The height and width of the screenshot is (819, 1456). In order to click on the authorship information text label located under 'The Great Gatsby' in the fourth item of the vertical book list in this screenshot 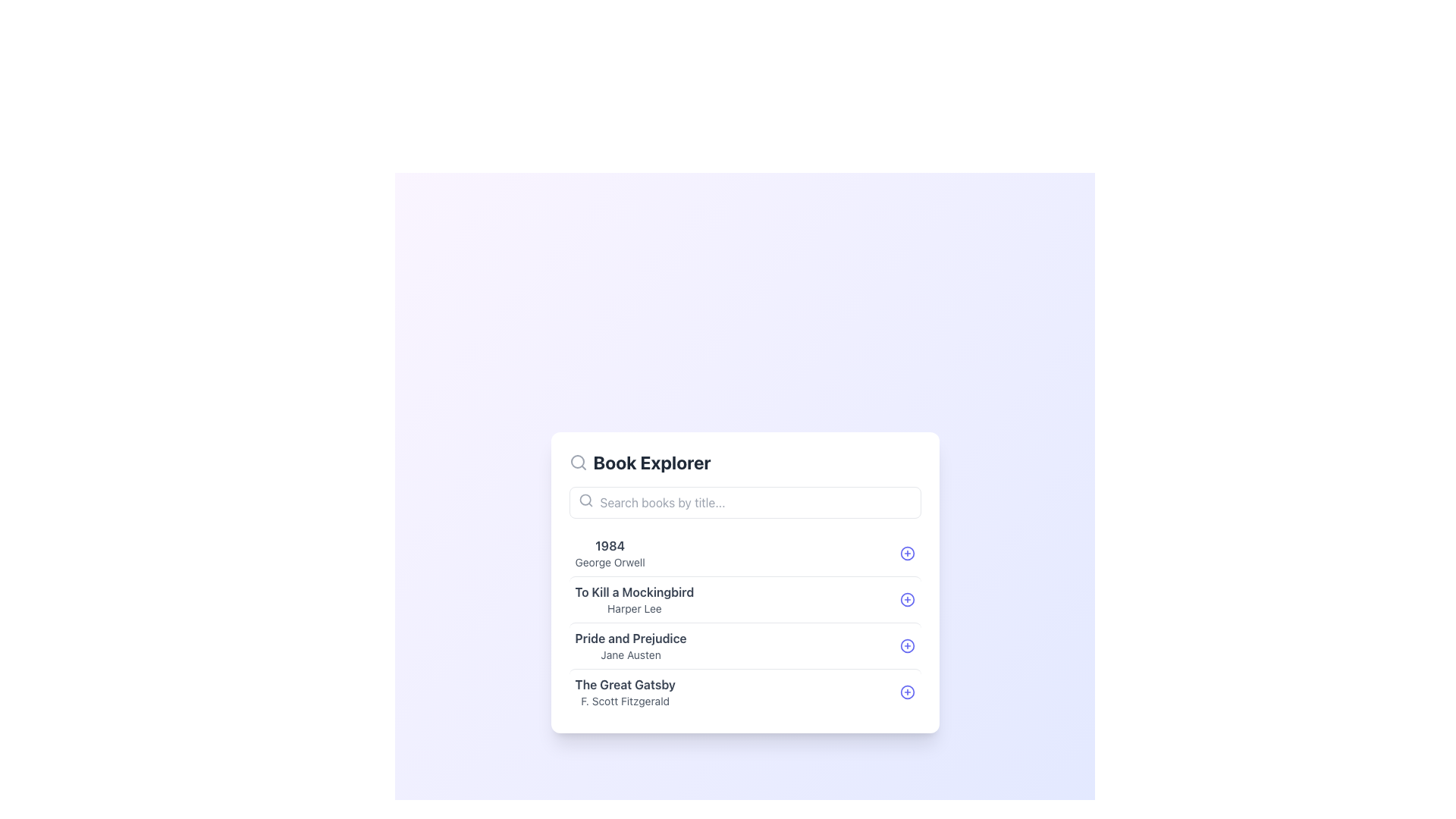, I will do `click(625, 701)`.